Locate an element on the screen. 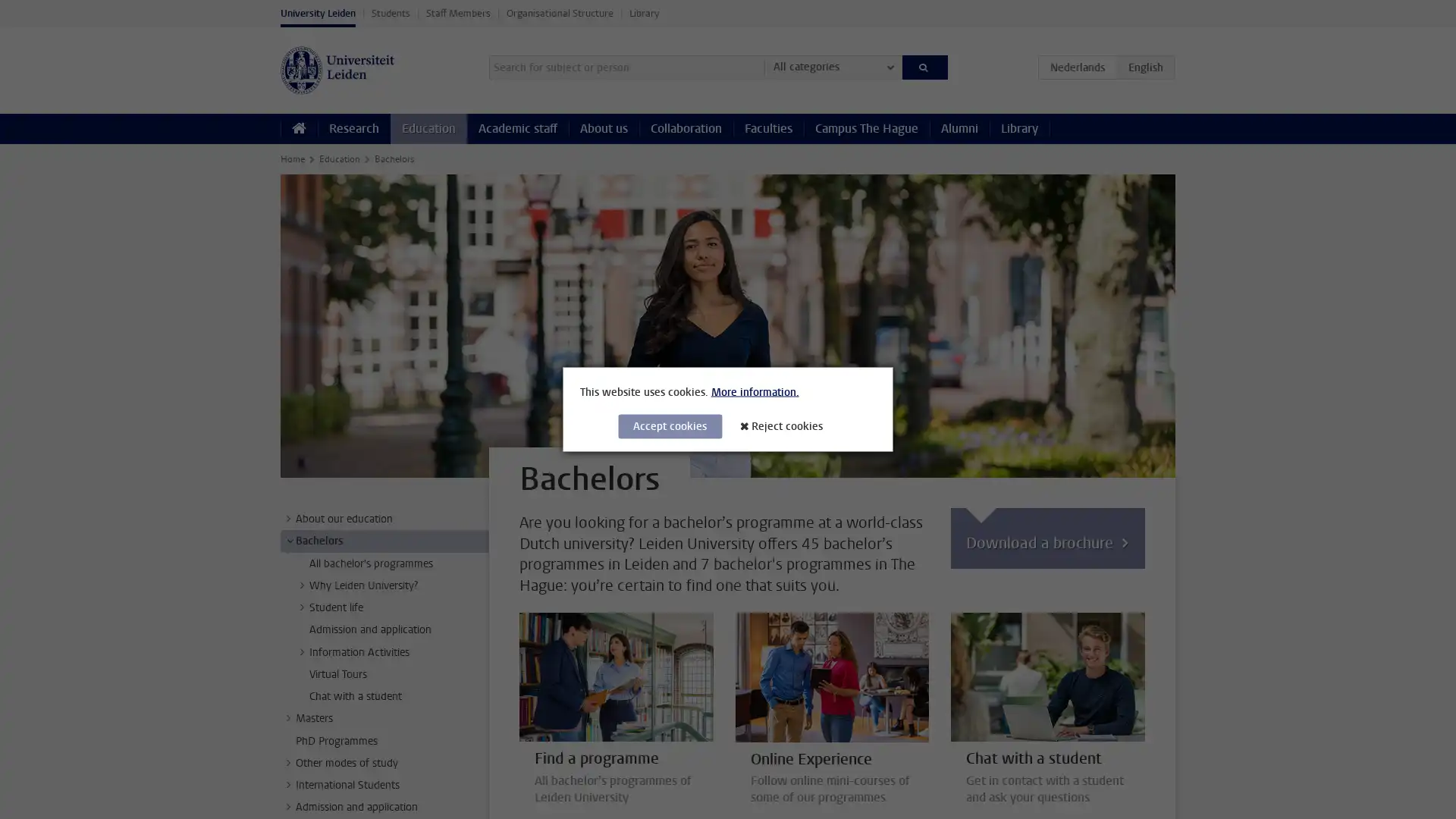  > is located at coordinates (288, 784).